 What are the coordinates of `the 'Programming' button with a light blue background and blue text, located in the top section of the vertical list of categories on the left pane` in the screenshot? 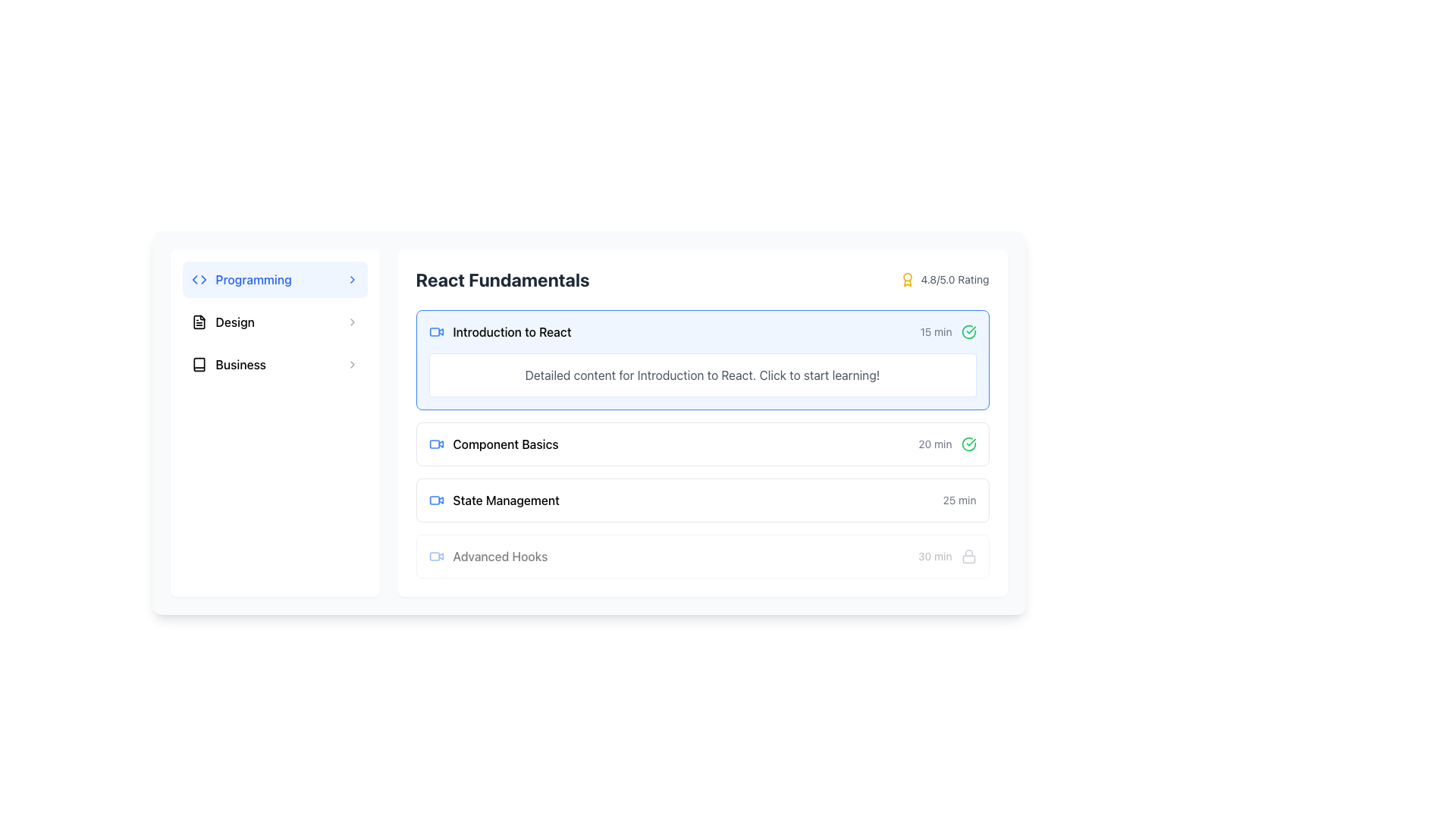 It's located at (275, 280).